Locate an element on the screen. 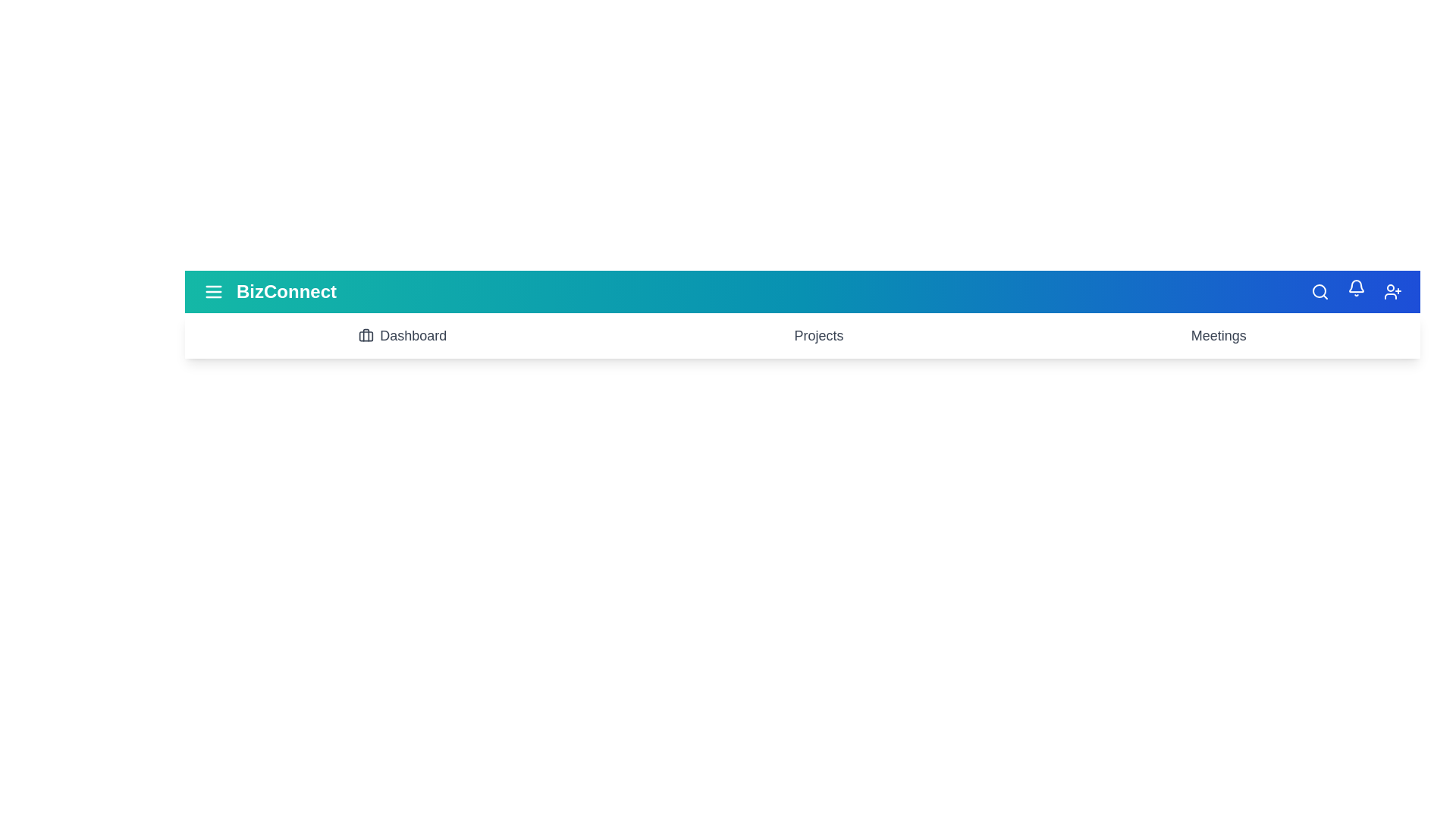  the 'Bell' icon to view notifications is located at coordinates (1357, 289).